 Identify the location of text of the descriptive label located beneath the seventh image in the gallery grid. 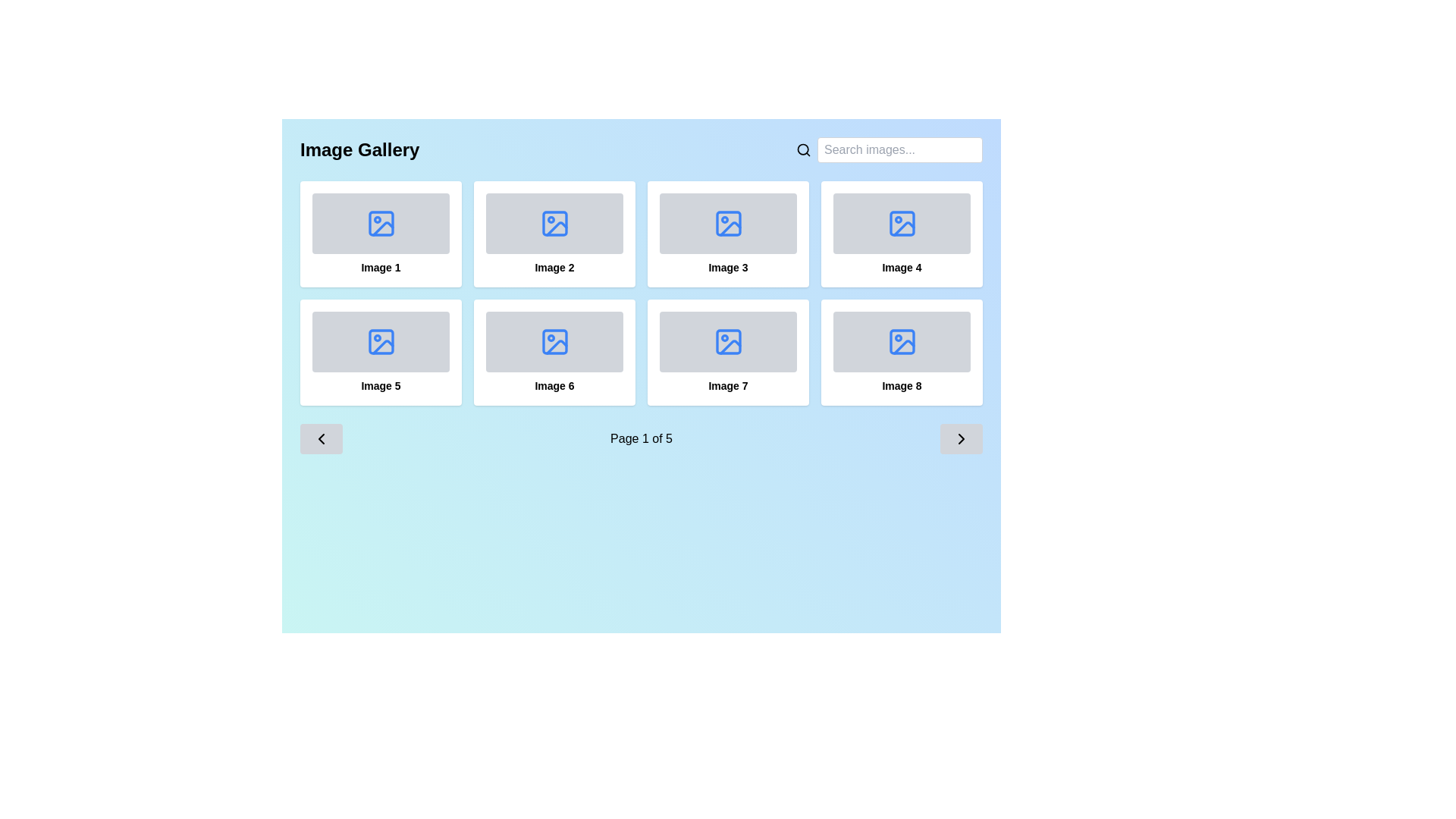
(728, 385).